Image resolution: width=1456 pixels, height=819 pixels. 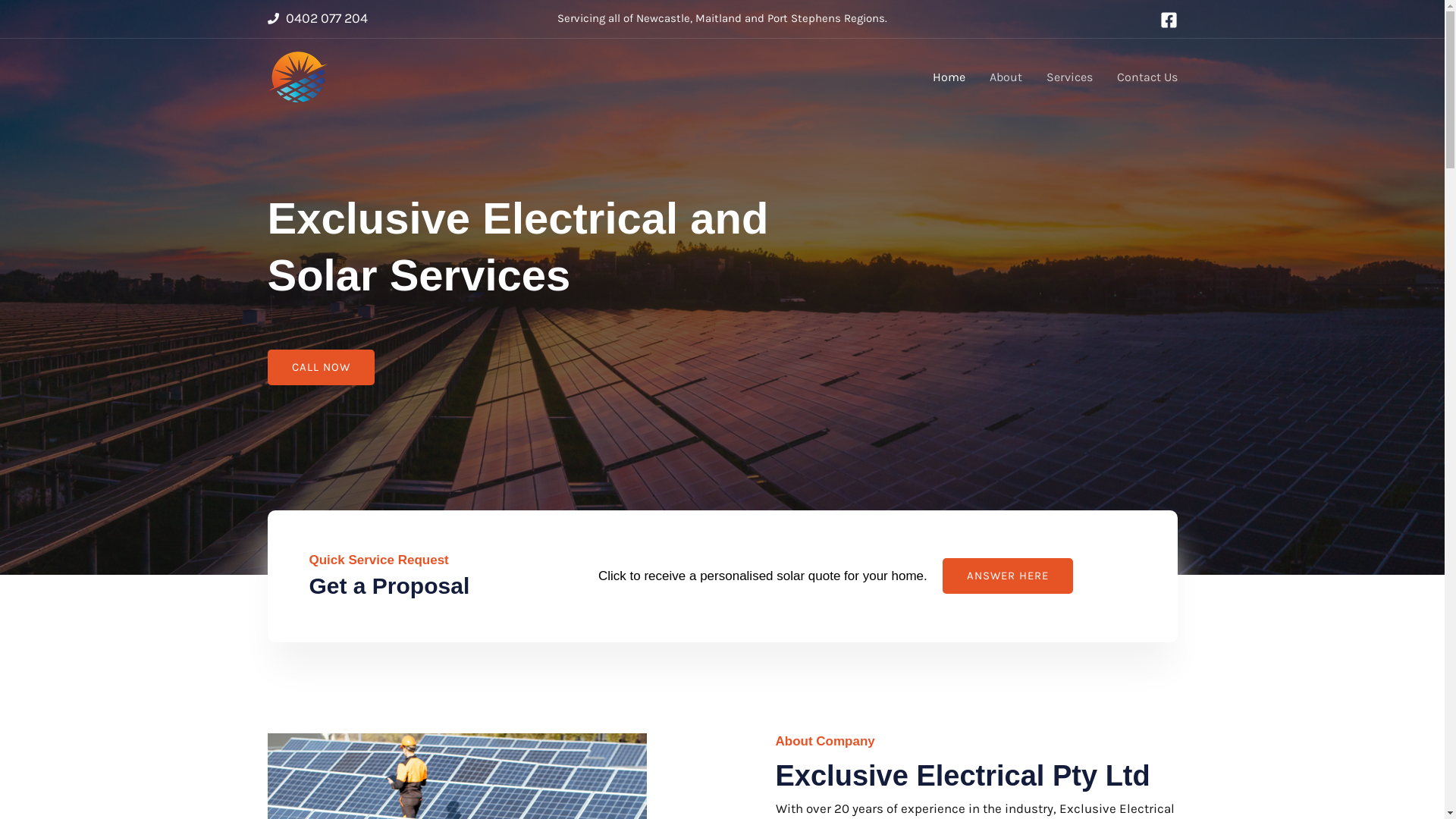 What do you see at coordinates (1140, 77) in the screenshot?
I see `'Contact Us'` at bounding box center [1140, 77].